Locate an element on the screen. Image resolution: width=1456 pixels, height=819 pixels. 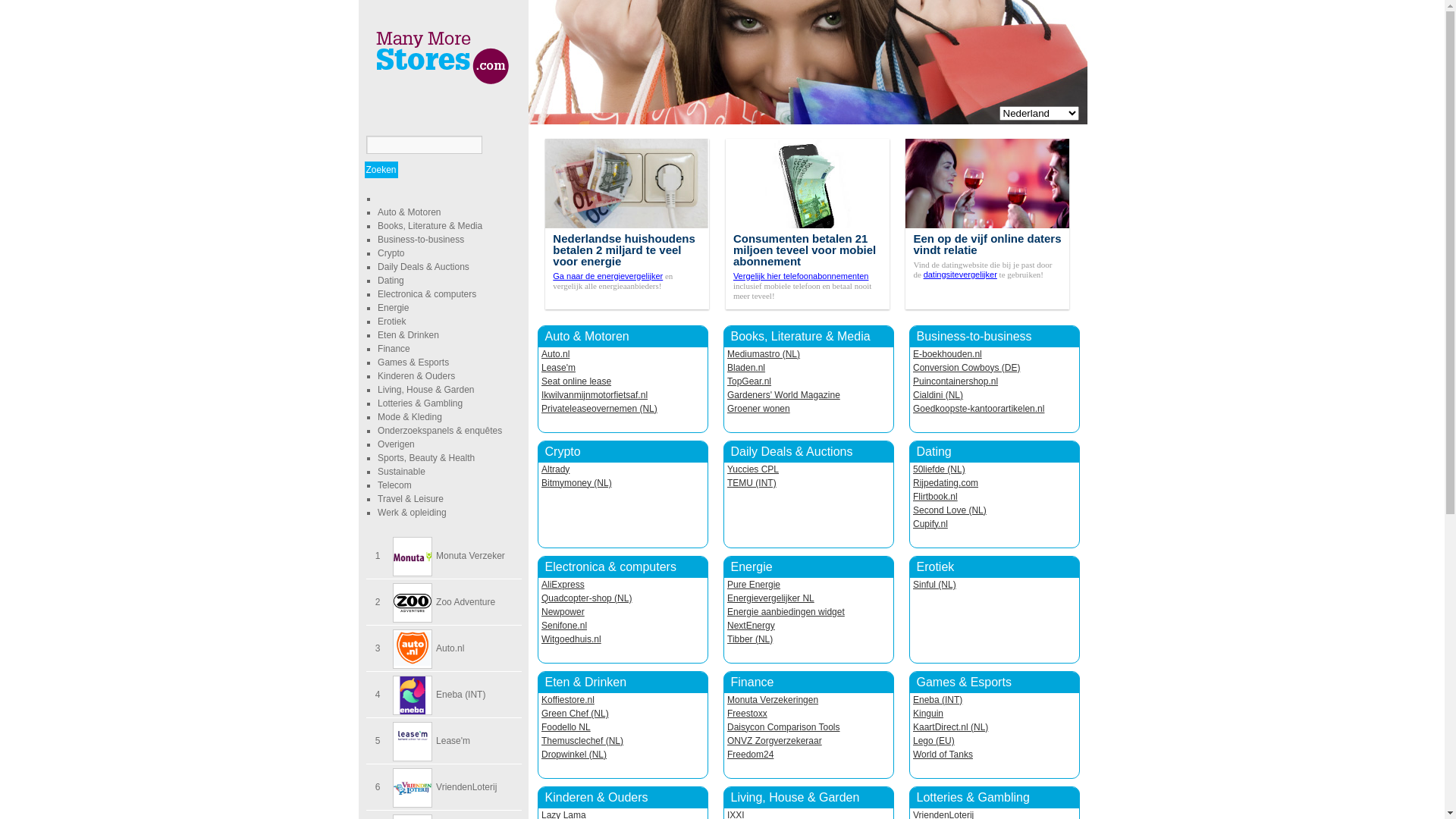
'Freedom24' is located at coordinates (750, 755).